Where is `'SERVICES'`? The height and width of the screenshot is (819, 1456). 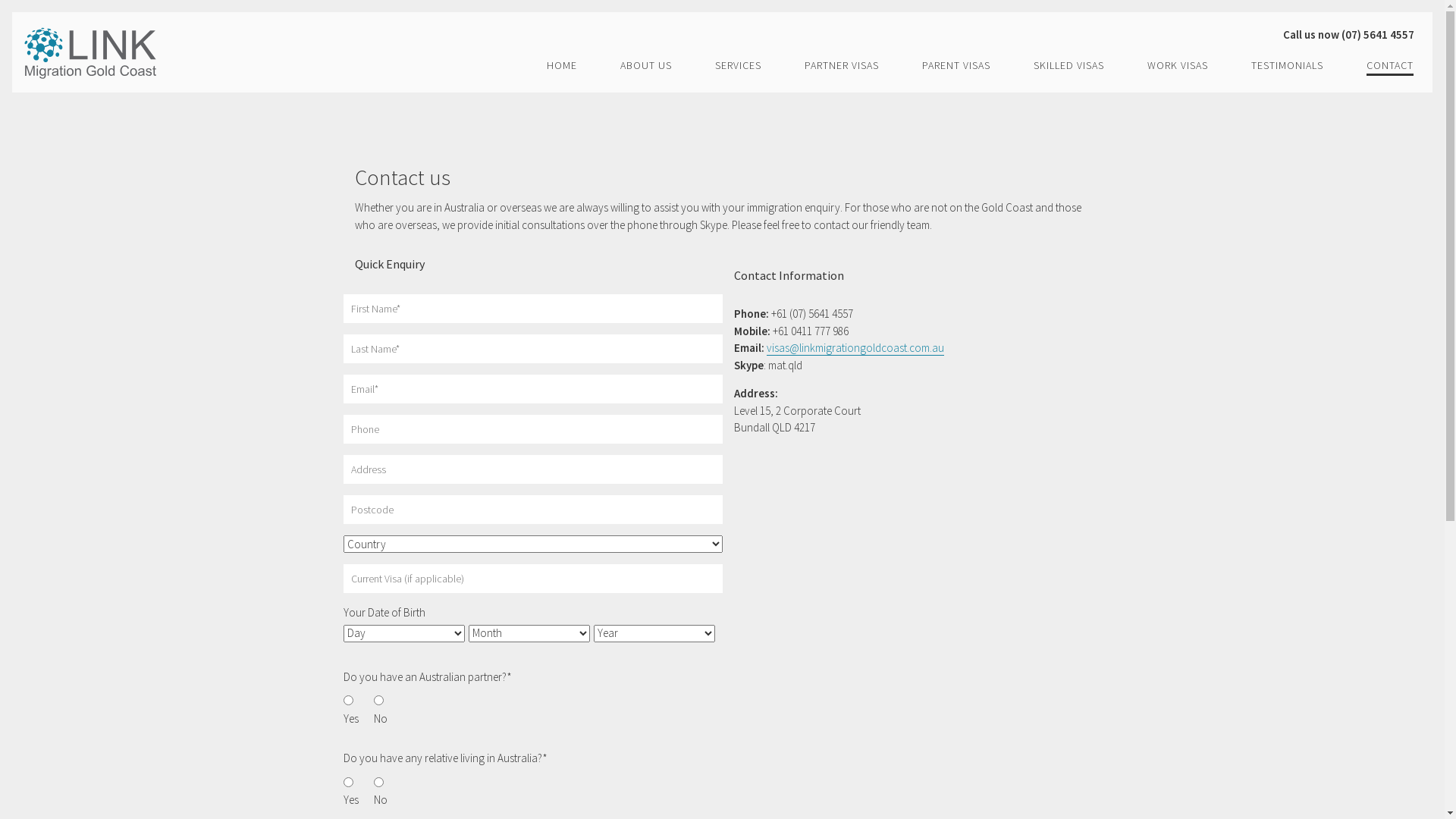
'SERVICES' is located at coordinates (738, 65).